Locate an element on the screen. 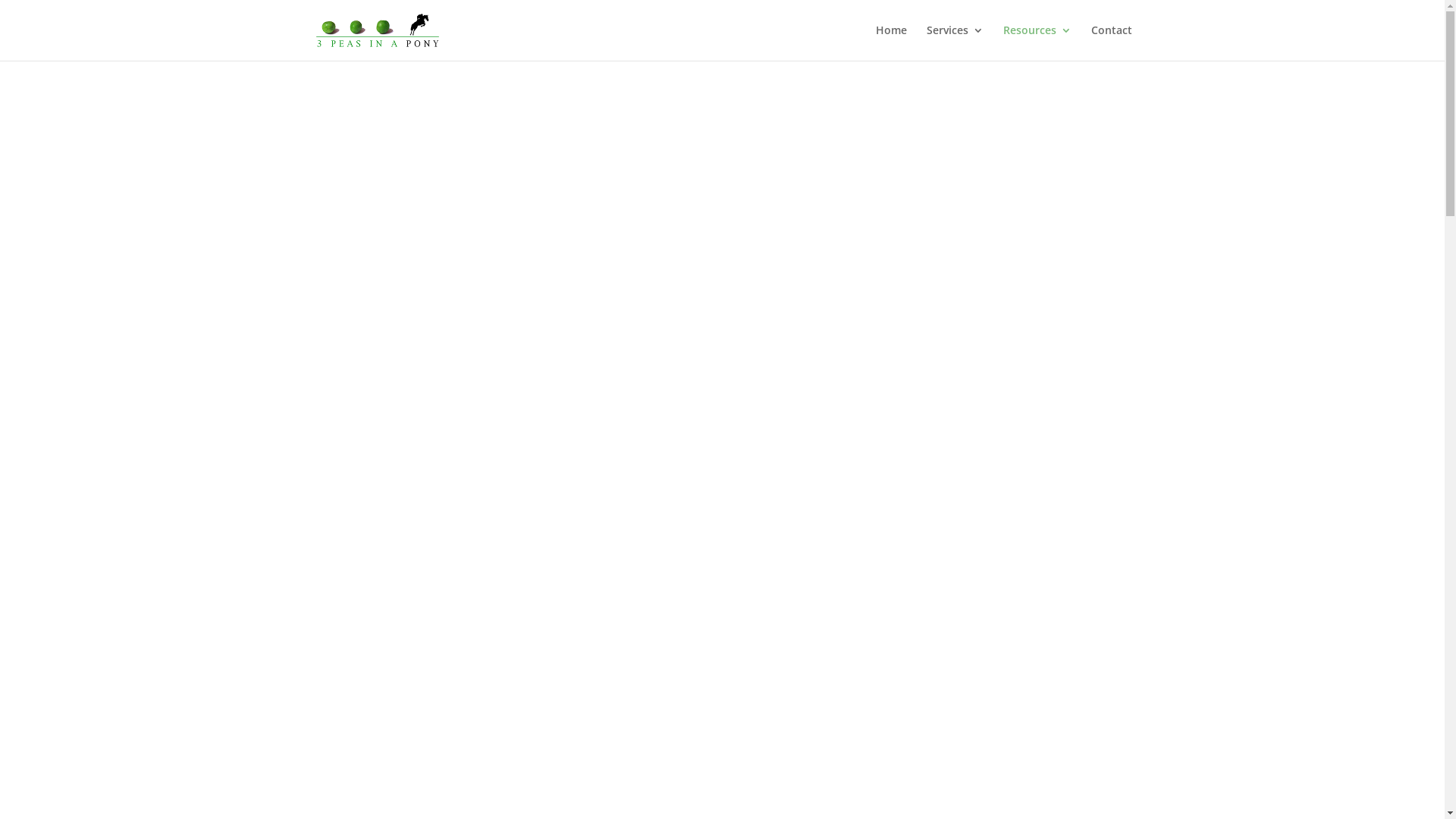  'Services' is located at coordinates (926, 42).